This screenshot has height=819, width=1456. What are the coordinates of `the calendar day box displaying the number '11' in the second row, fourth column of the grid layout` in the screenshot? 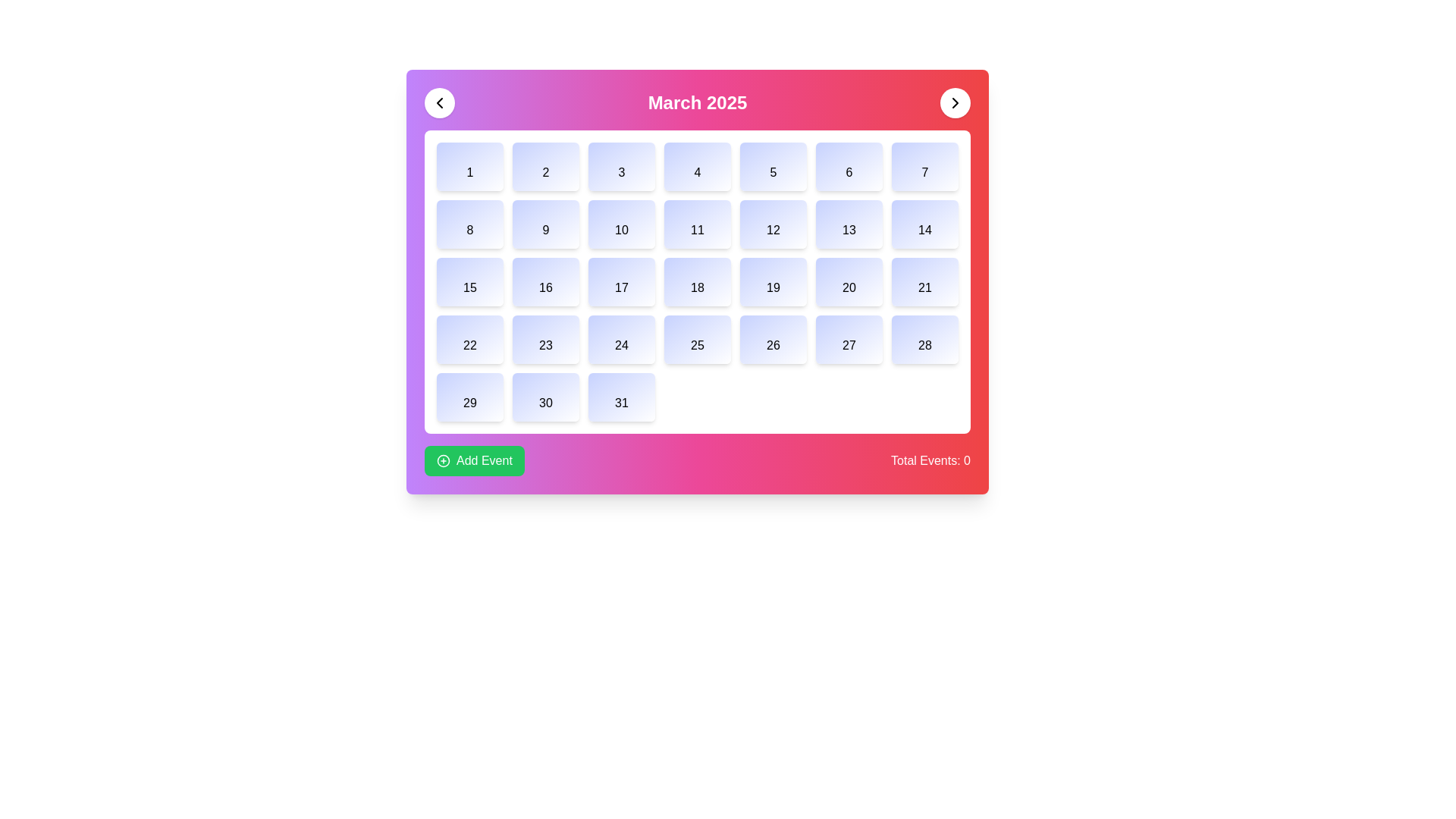 It's located at (697, 224).